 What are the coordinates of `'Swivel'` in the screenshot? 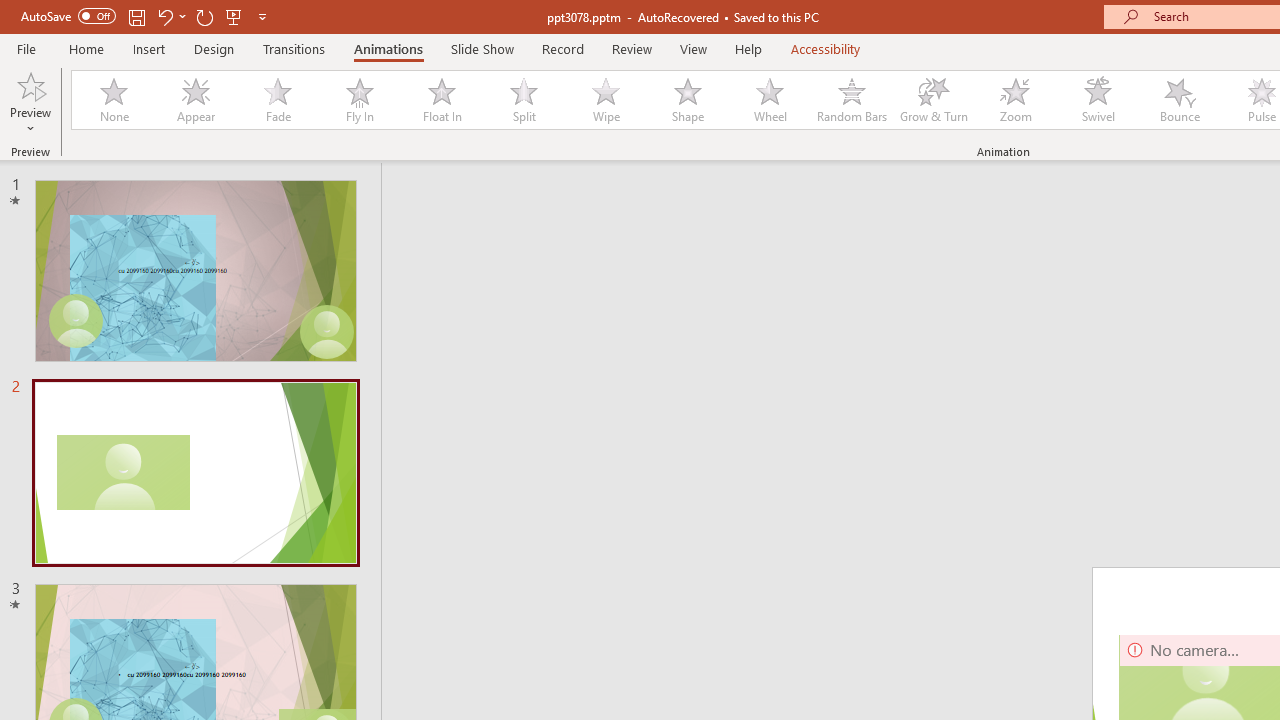 It's located at (1097, 100).